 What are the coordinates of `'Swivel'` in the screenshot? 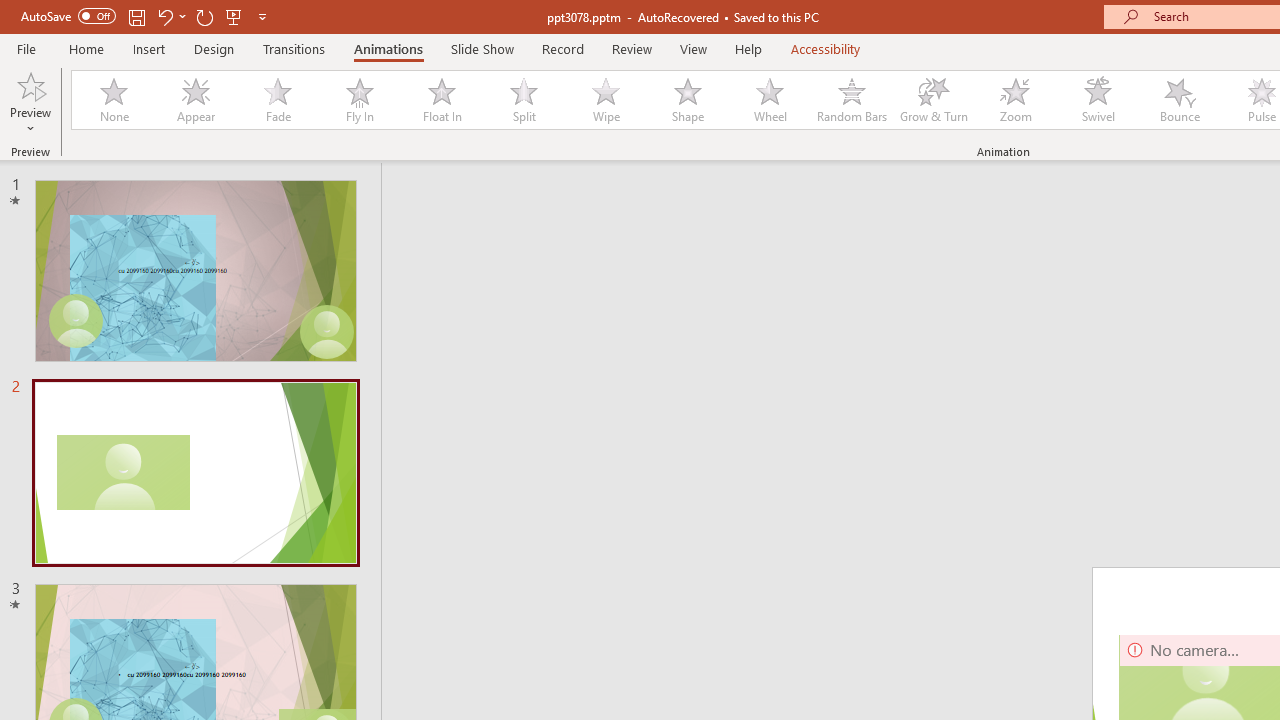 It's located at (1097, 100).